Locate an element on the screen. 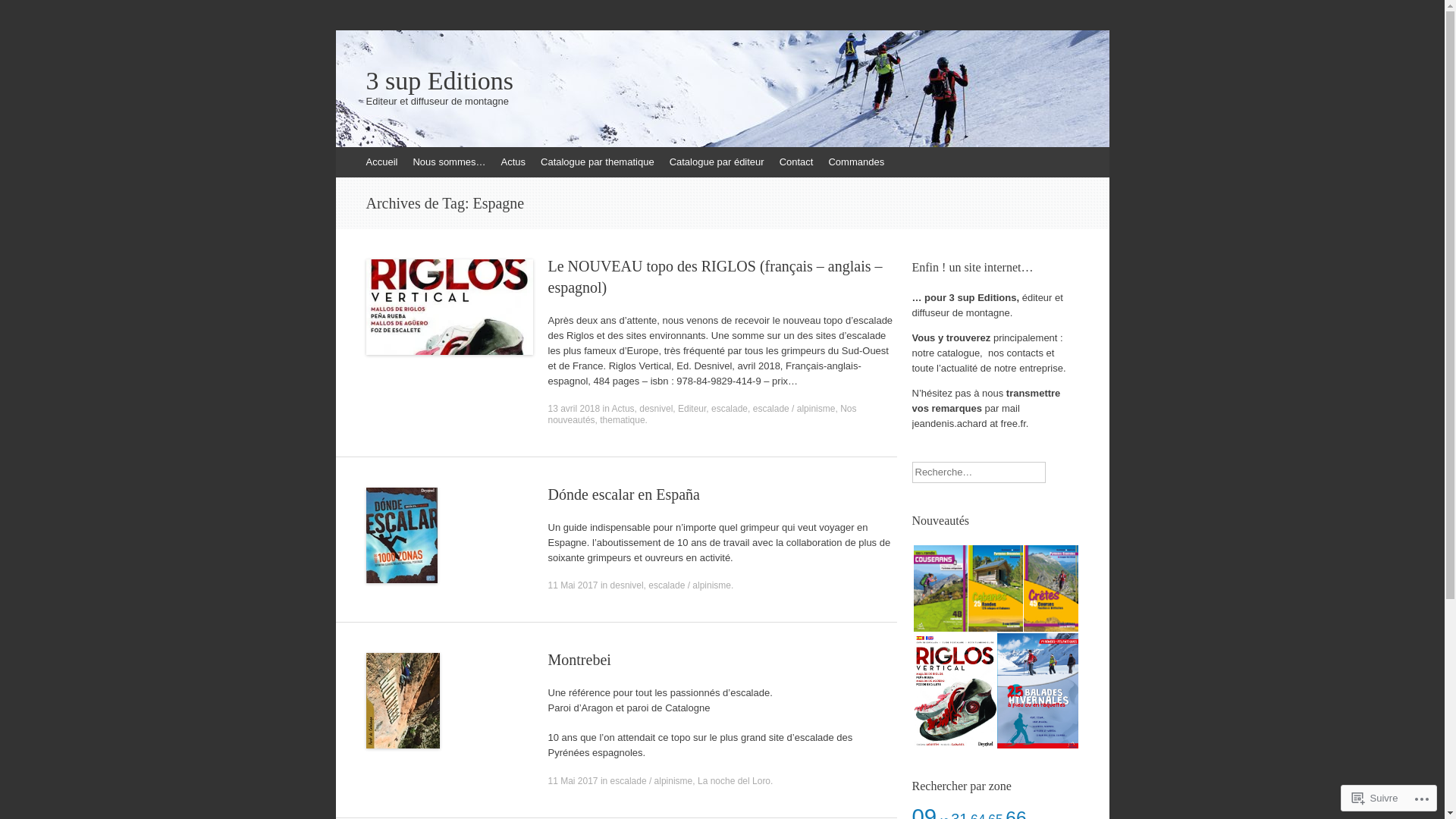  'Suivre' is located at coordinates (1346, 797).